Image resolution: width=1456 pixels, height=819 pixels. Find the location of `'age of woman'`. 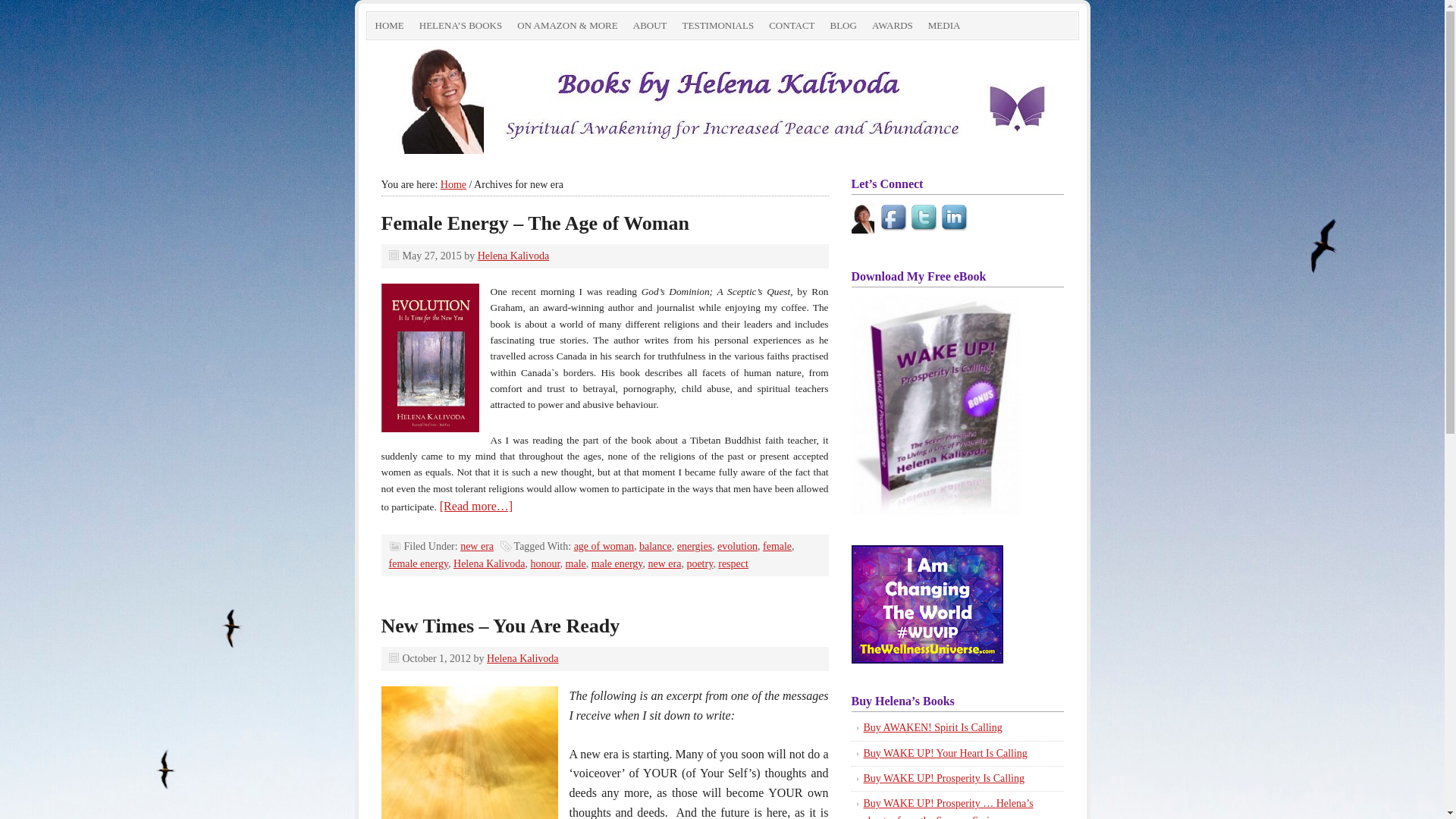

'age of woman' is located at coordinates (603, 546).